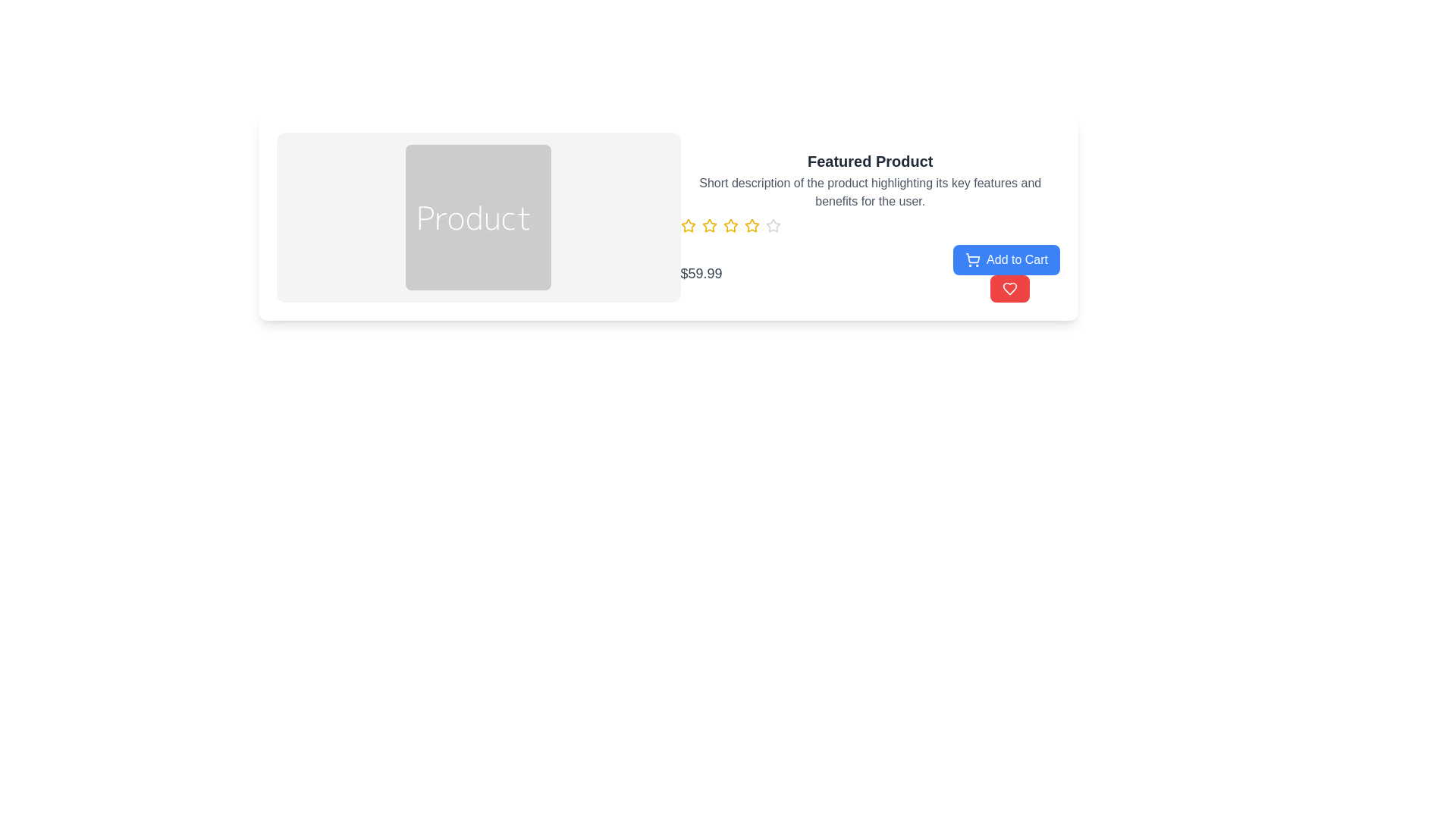 Image resolution: width=1456 pixels, height=819 pixels. What do you see at coordinates (870, 191) in the screenshot?
I see `the medium-gray text description located below the 'Featured Product' heading, which provides key features and benefits of the product` at bounding box center [870, 191].